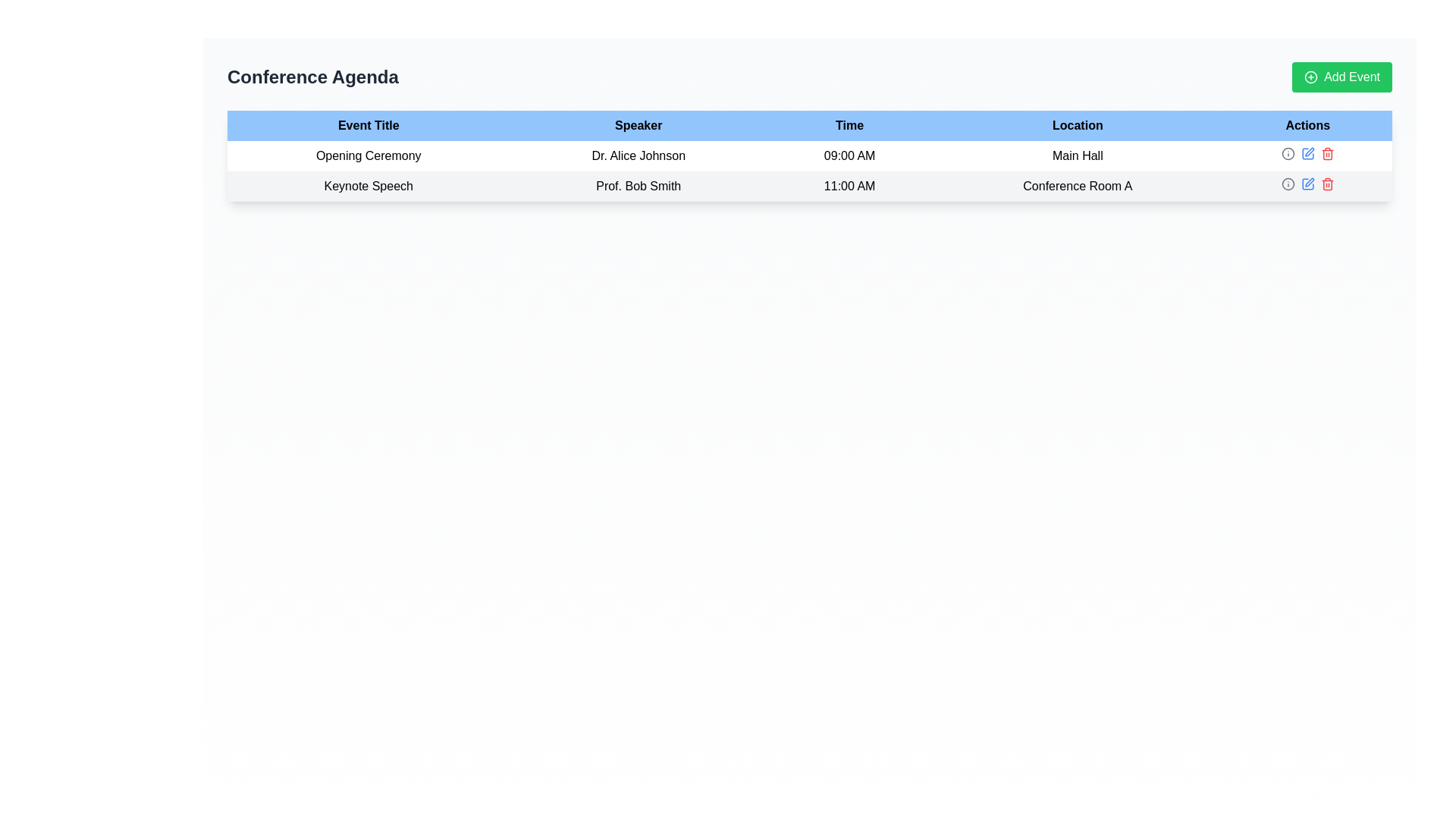  I want to click on the static text element displaying 'Prof. Bob Smith', which is centrally aligned in the second row under the 'Speaker' column of a table, so click(639, 186).